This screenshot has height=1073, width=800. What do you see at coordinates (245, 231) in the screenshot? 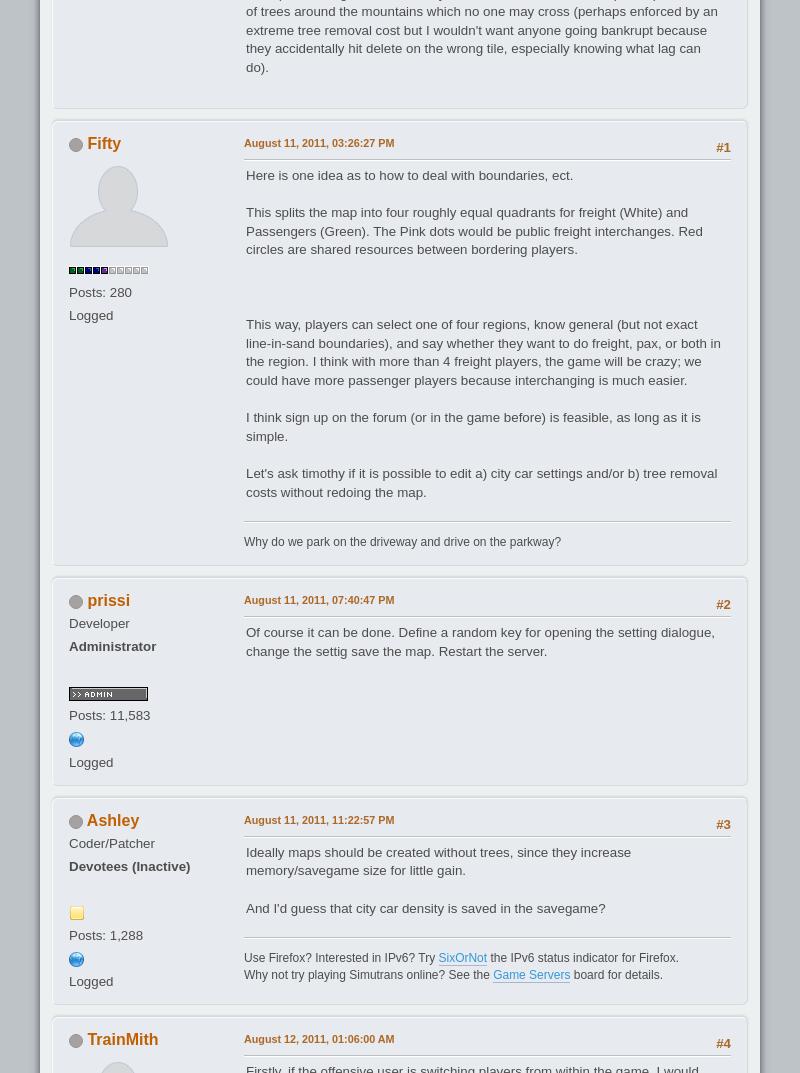
I see `'This splits the map into four roughly equal quadrants for freight (White) and Passengers (Green). The Pink dots would be public freight interchanges. Red circles are shared resources between bordering players.'` at bounding box center [245, 231].